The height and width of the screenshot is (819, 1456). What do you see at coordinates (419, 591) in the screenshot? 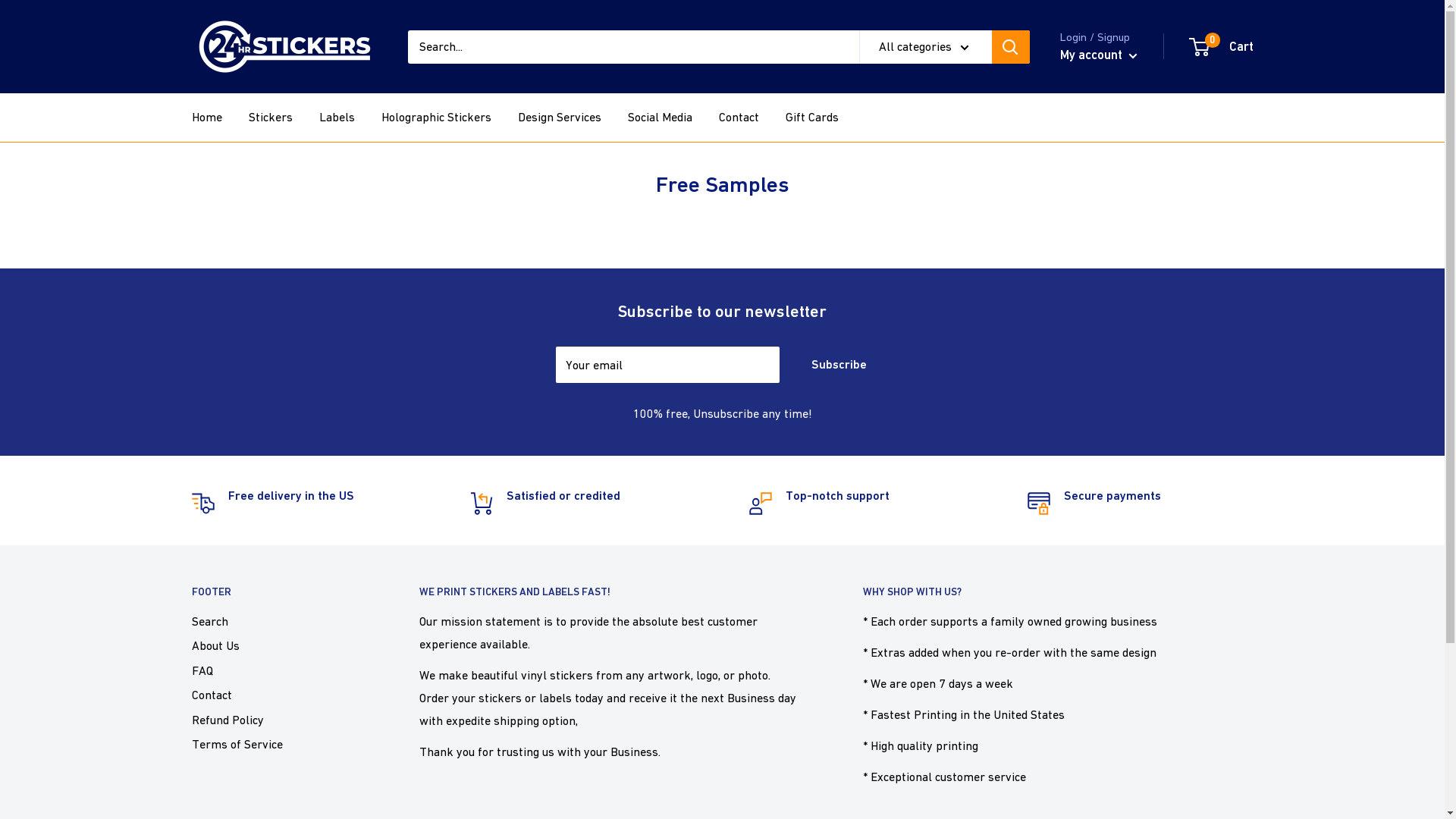
I see `'WE PRINT STICKERS AND LABELS FAST!'` at bounding box center [419, 591].